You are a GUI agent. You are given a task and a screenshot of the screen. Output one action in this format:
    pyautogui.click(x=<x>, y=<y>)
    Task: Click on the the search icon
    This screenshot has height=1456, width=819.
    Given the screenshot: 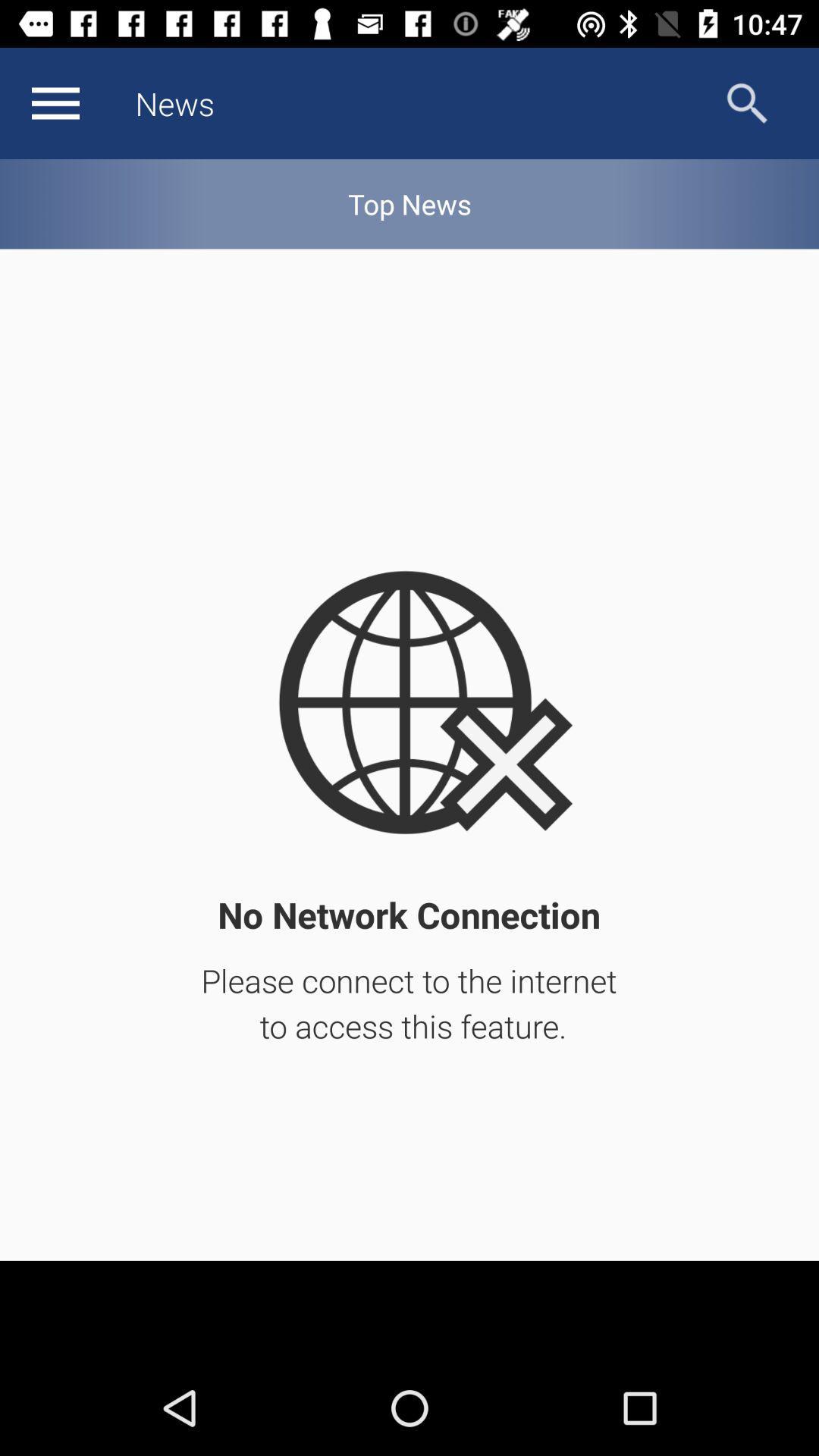 What is the action you would take?
    pyautogui.click(x=746, y=102)
    